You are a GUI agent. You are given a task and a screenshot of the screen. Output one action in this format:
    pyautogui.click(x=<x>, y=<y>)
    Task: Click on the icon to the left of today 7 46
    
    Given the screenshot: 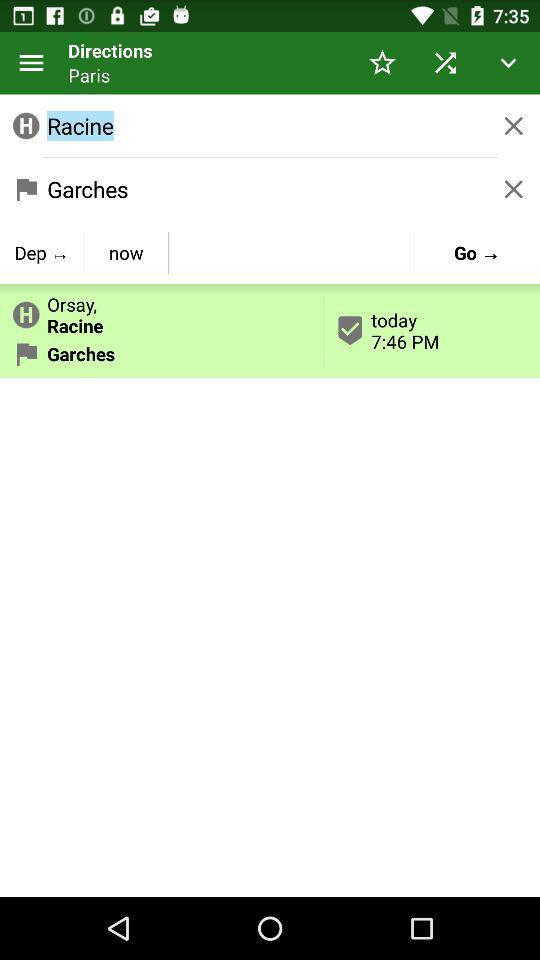 What is the action you would take?
    pyautogui.click(x=160, y=311)
    